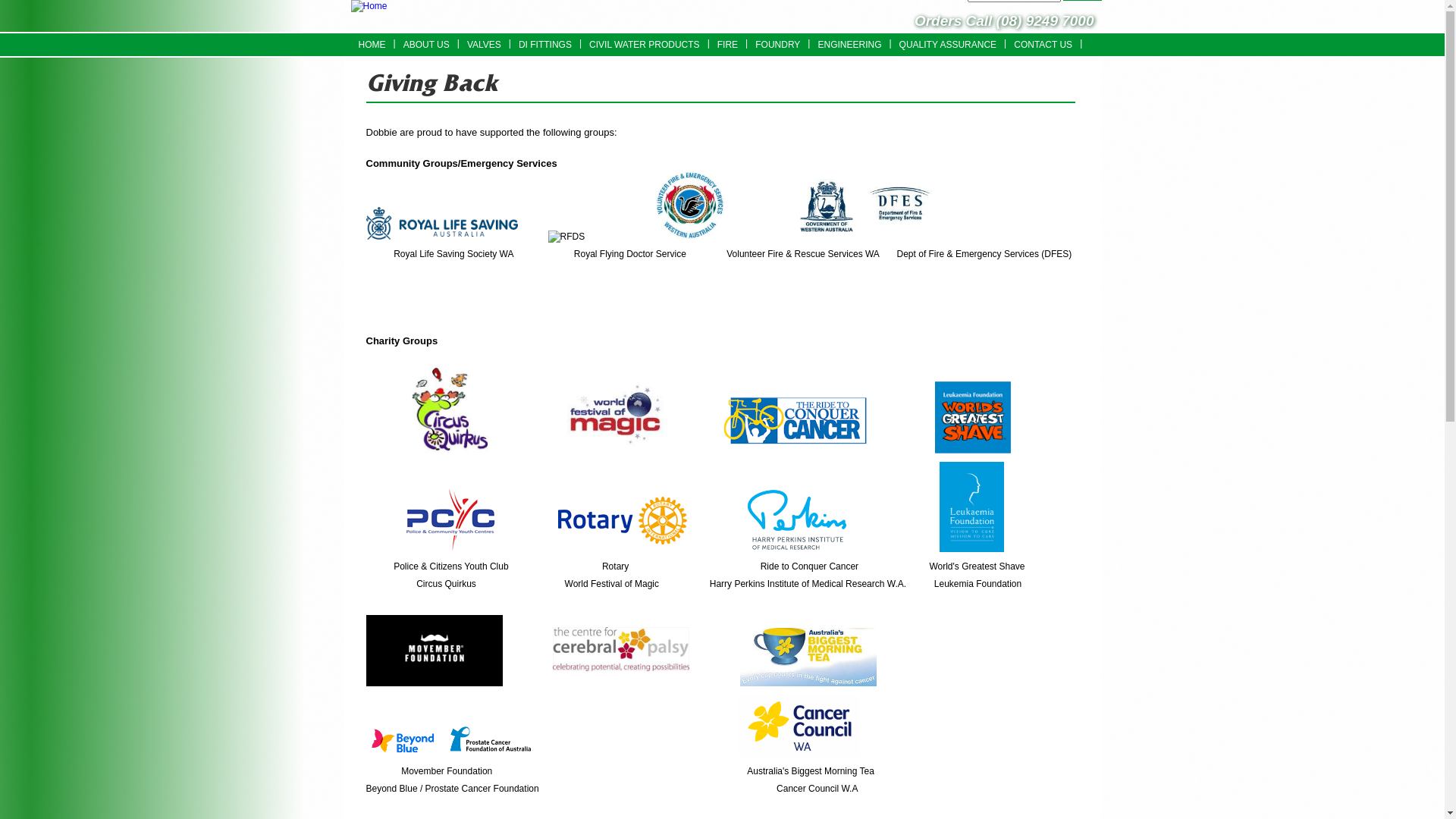 This screenshot has width=1456, height=819. I want to click on 'festival of magic', so click(615, 420).